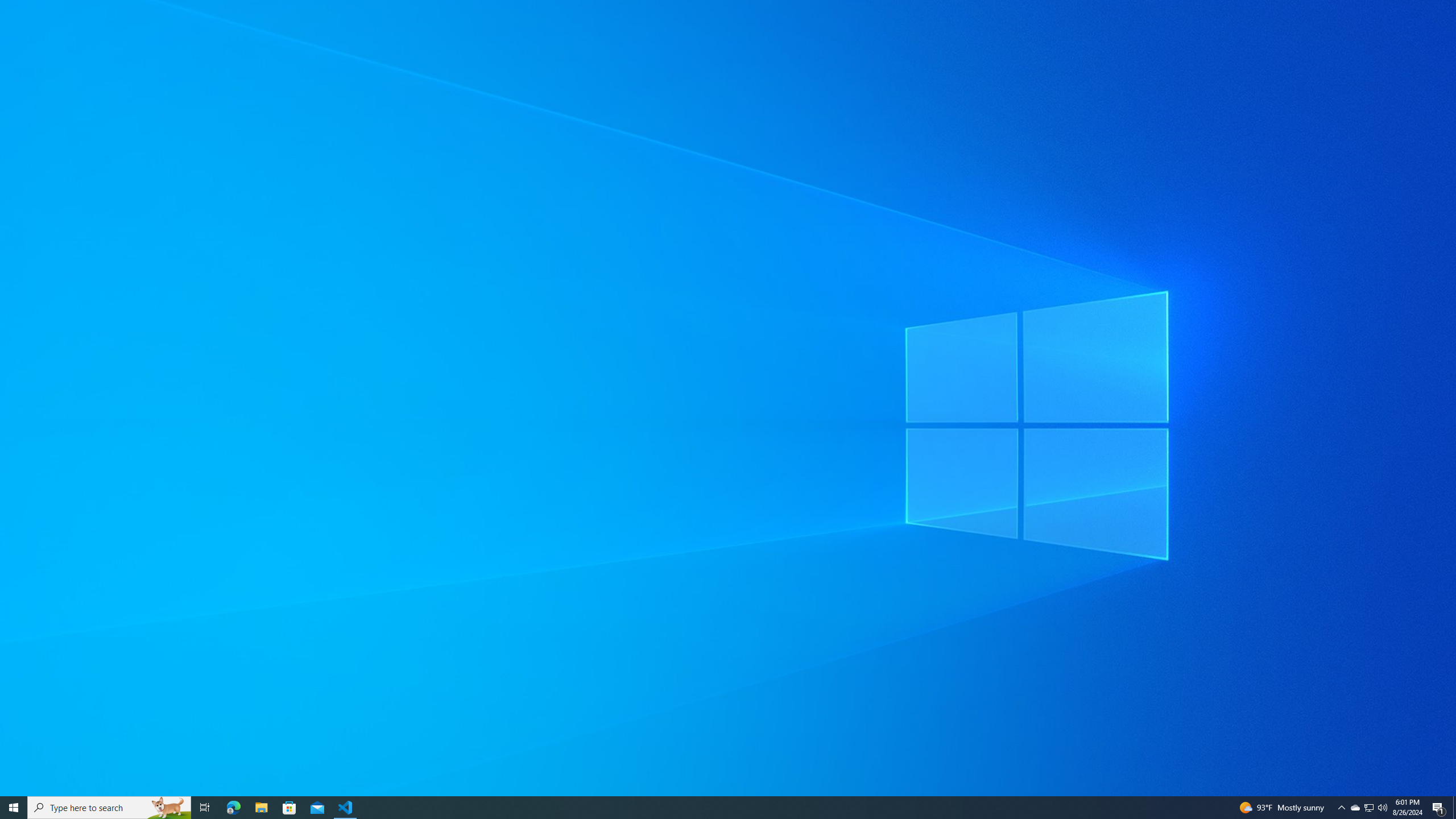 The image size is (1456, 819). I want to click on 'Q2790: 100%', so click(1381, 806).